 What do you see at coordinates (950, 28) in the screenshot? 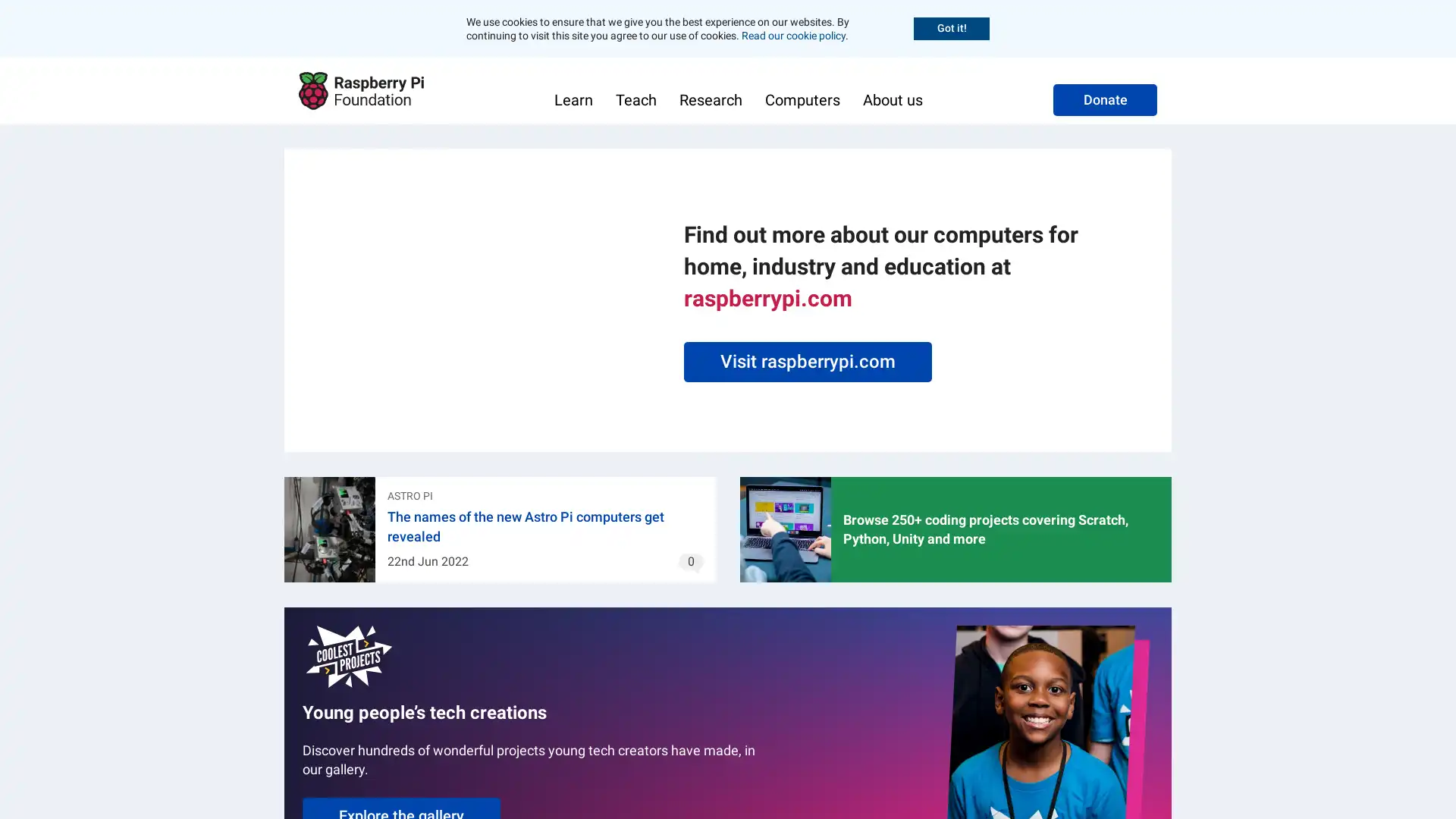
I see `Accept cookies` at bounding box center [950, 28].